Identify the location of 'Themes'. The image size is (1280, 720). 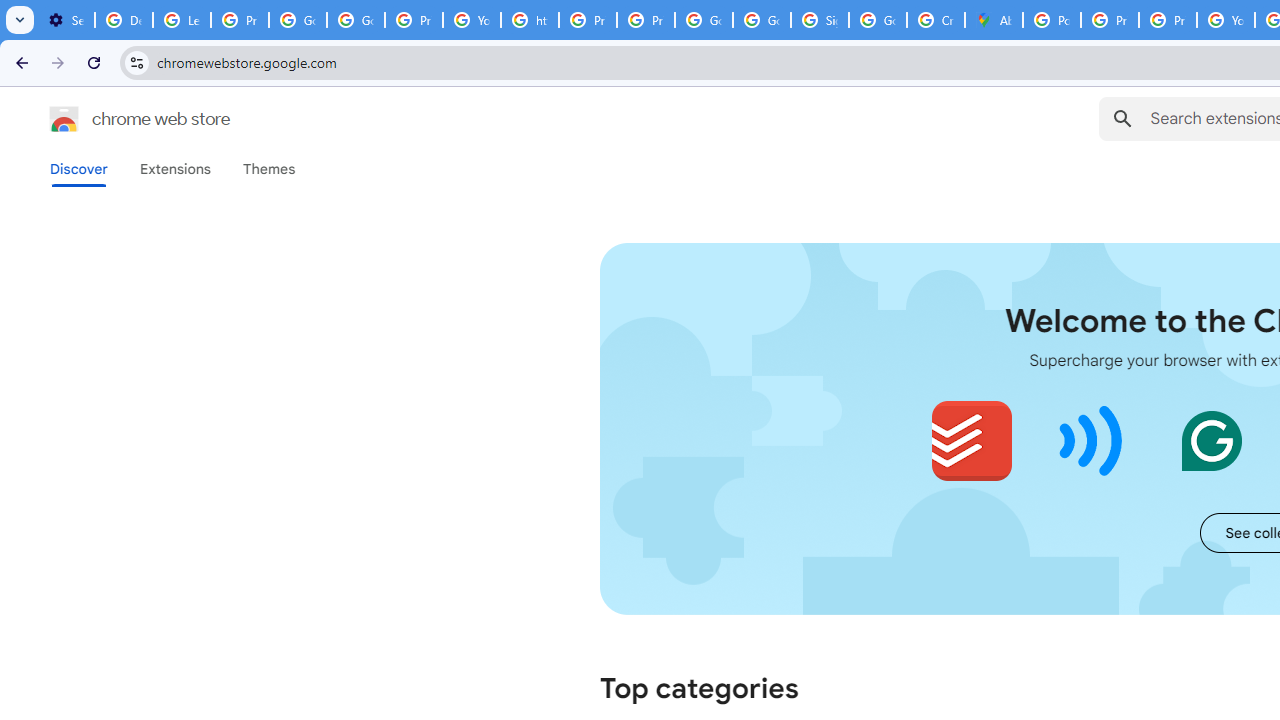
(268, 168).